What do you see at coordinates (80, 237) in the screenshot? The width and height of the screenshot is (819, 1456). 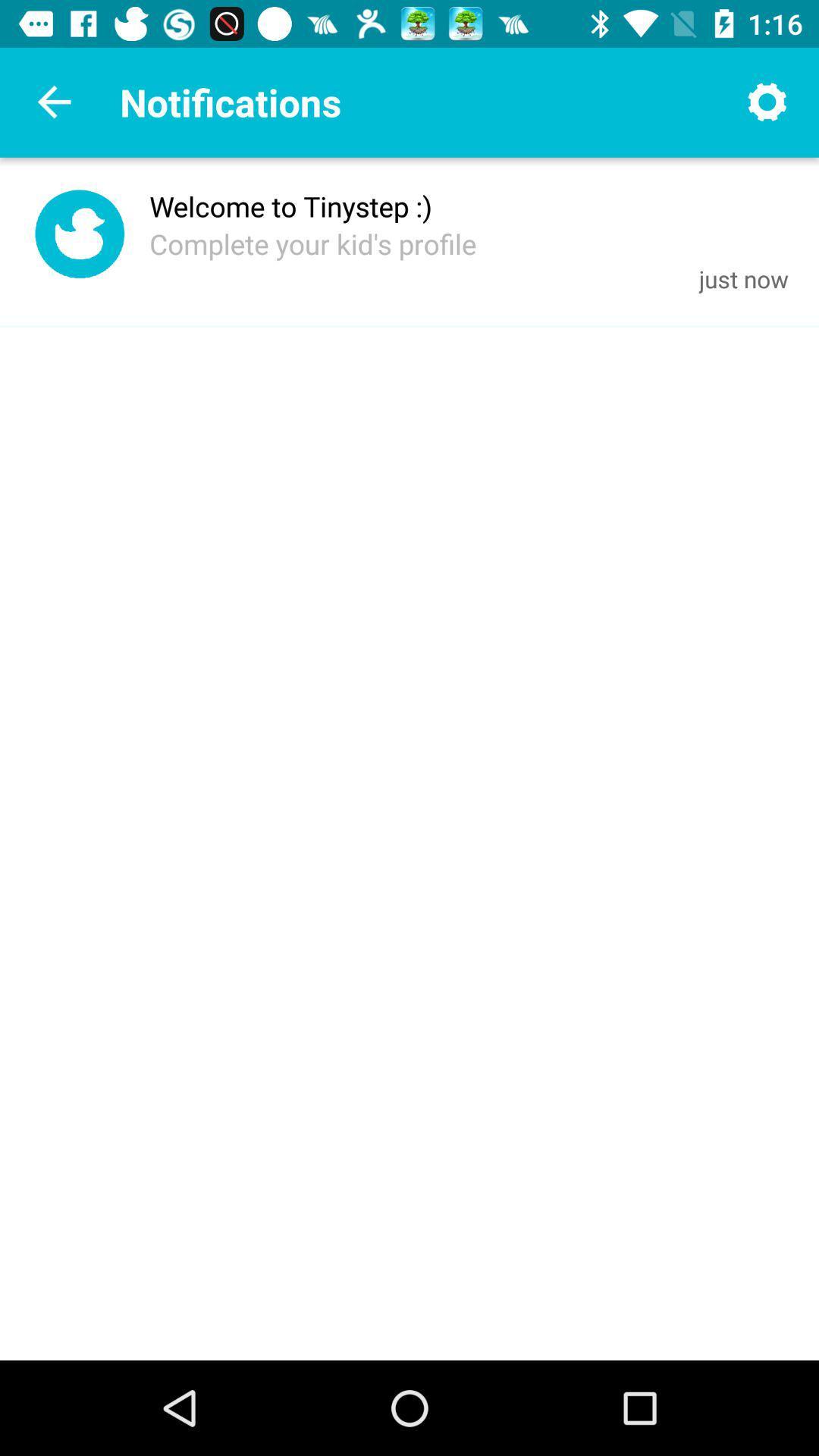 I see `item next to the welcome to tinystep :)` at bounding box center [80, 237].